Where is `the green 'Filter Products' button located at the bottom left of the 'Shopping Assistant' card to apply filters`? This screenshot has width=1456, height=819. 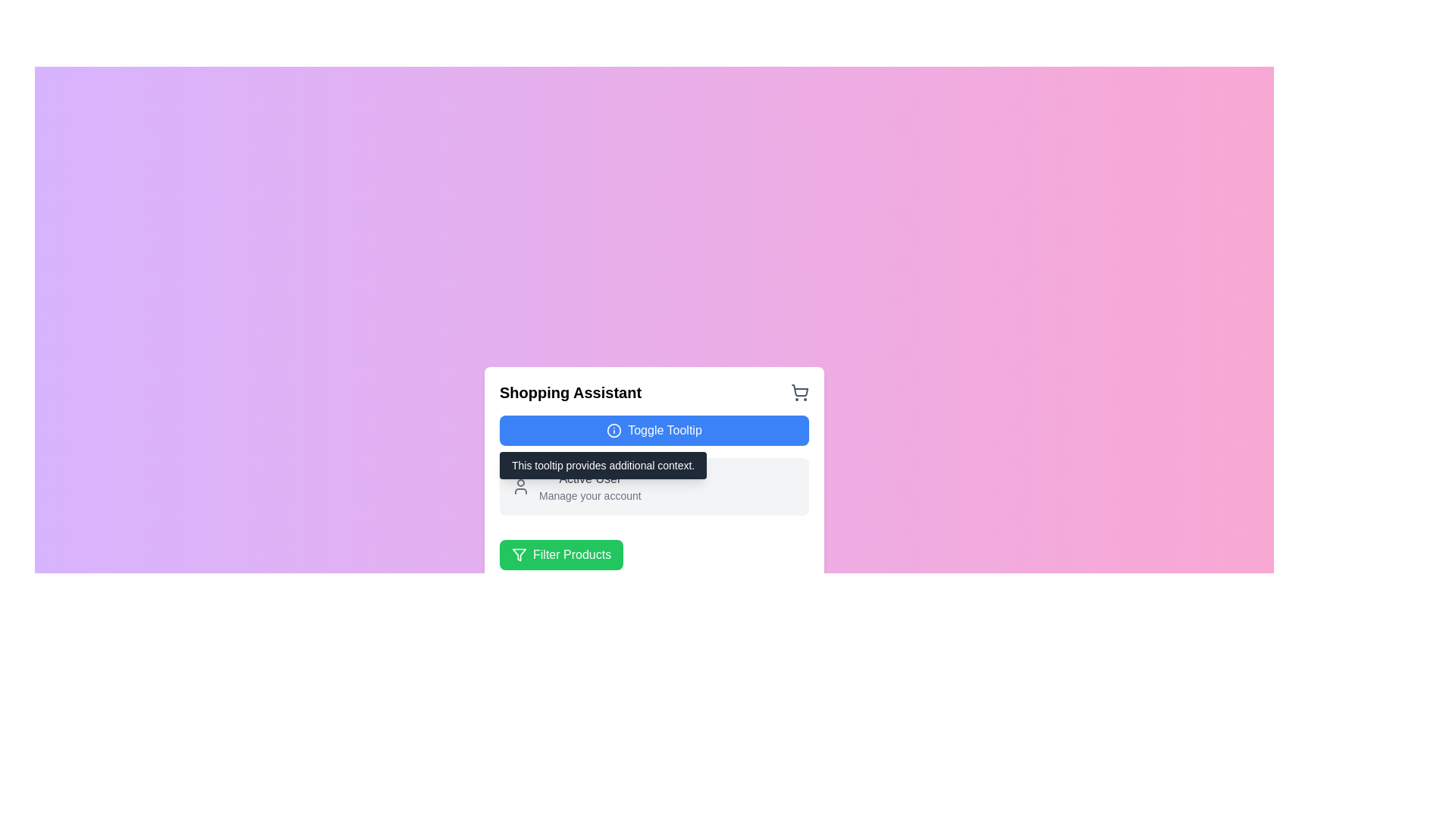
the green 'Filter Products' button located at the bottom left of the 'Shopping Assistant' card to apply filters is located at coordinates (654, 549).